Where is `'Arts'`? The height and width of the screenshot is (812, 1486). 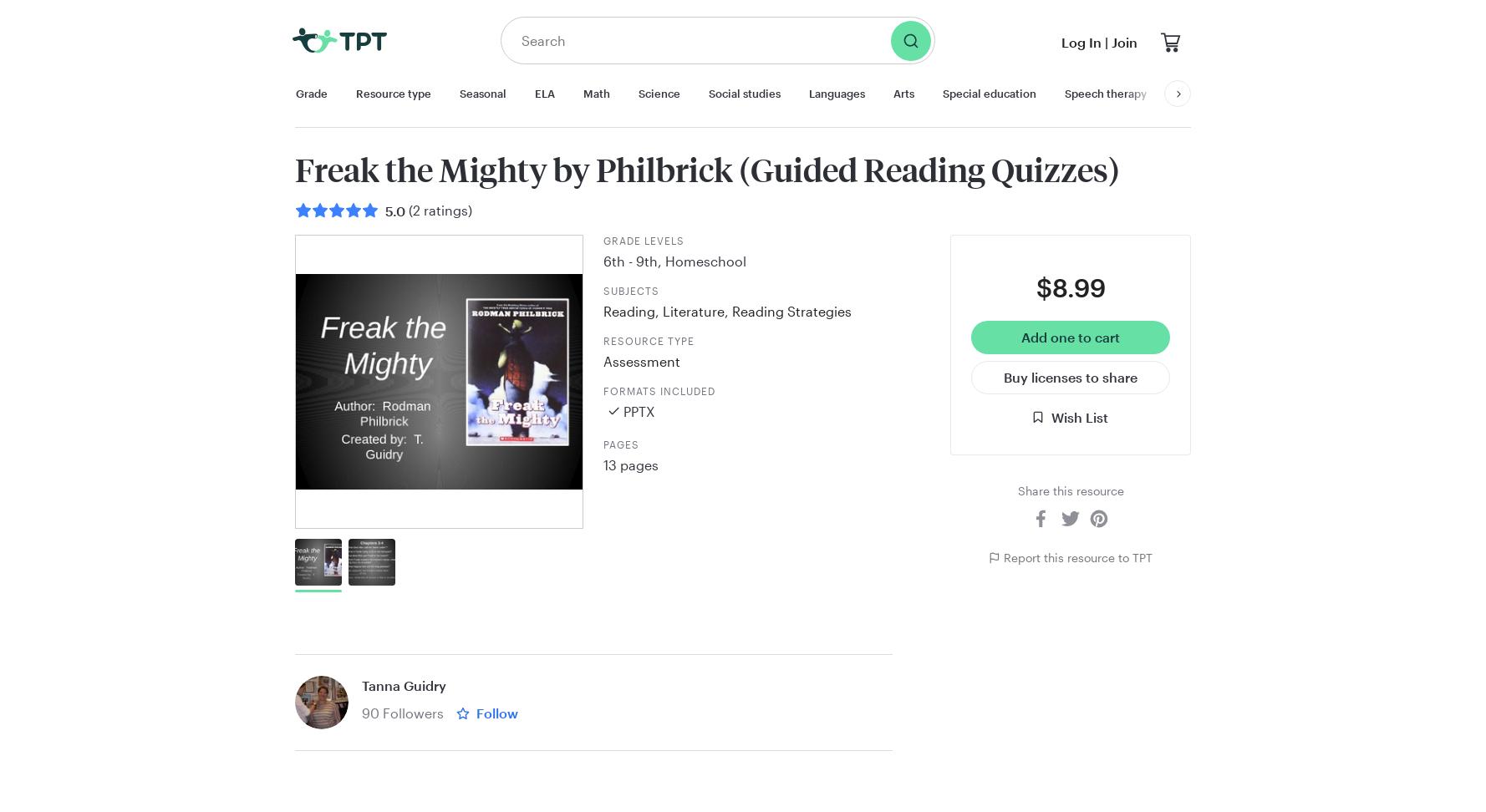
'Arts' is located at coordinates (903, 92).